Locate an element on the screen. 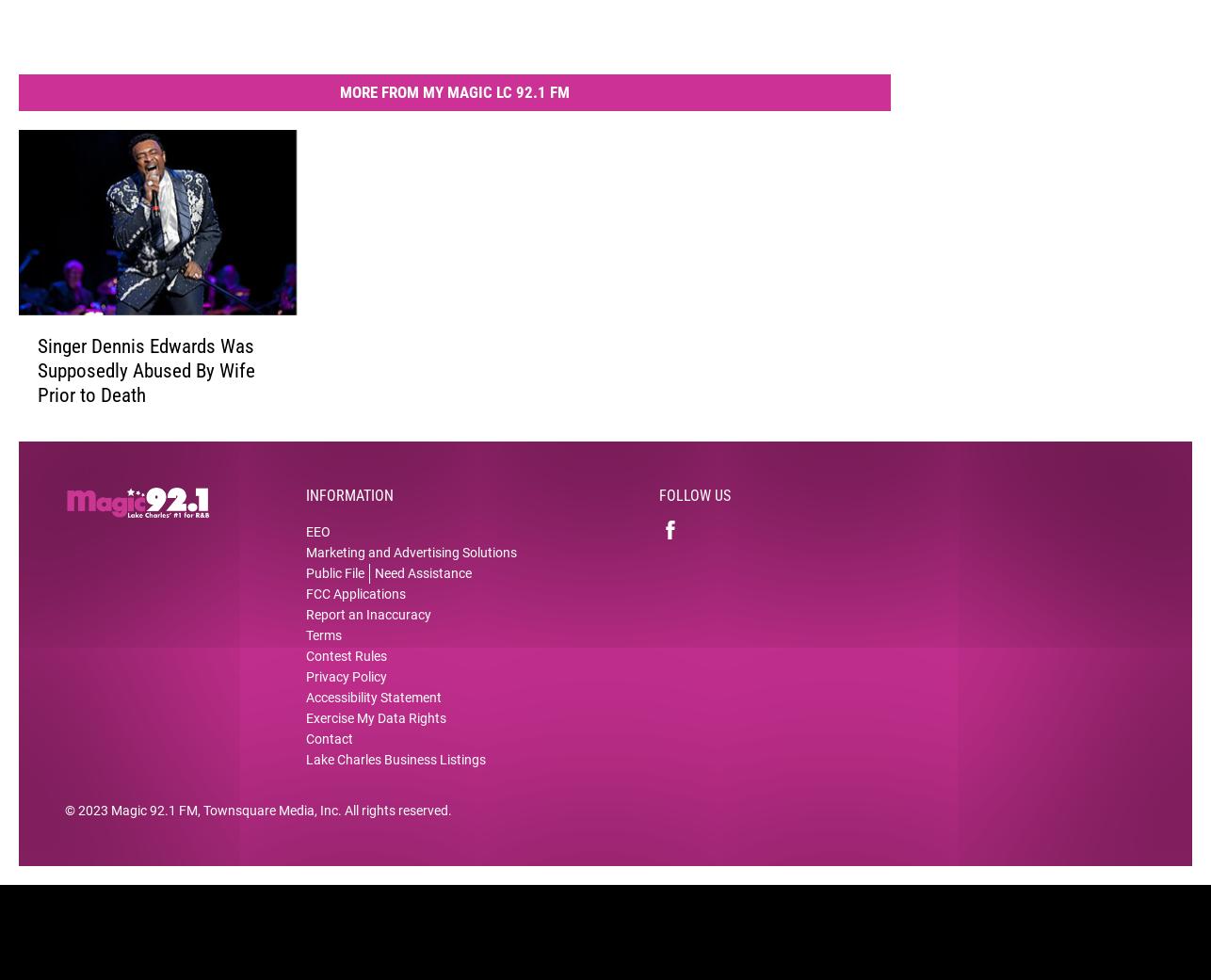 The image size is (1211, 980). 'More From My Magic LC 92.1 FM' is located at coordinates (454, 105).